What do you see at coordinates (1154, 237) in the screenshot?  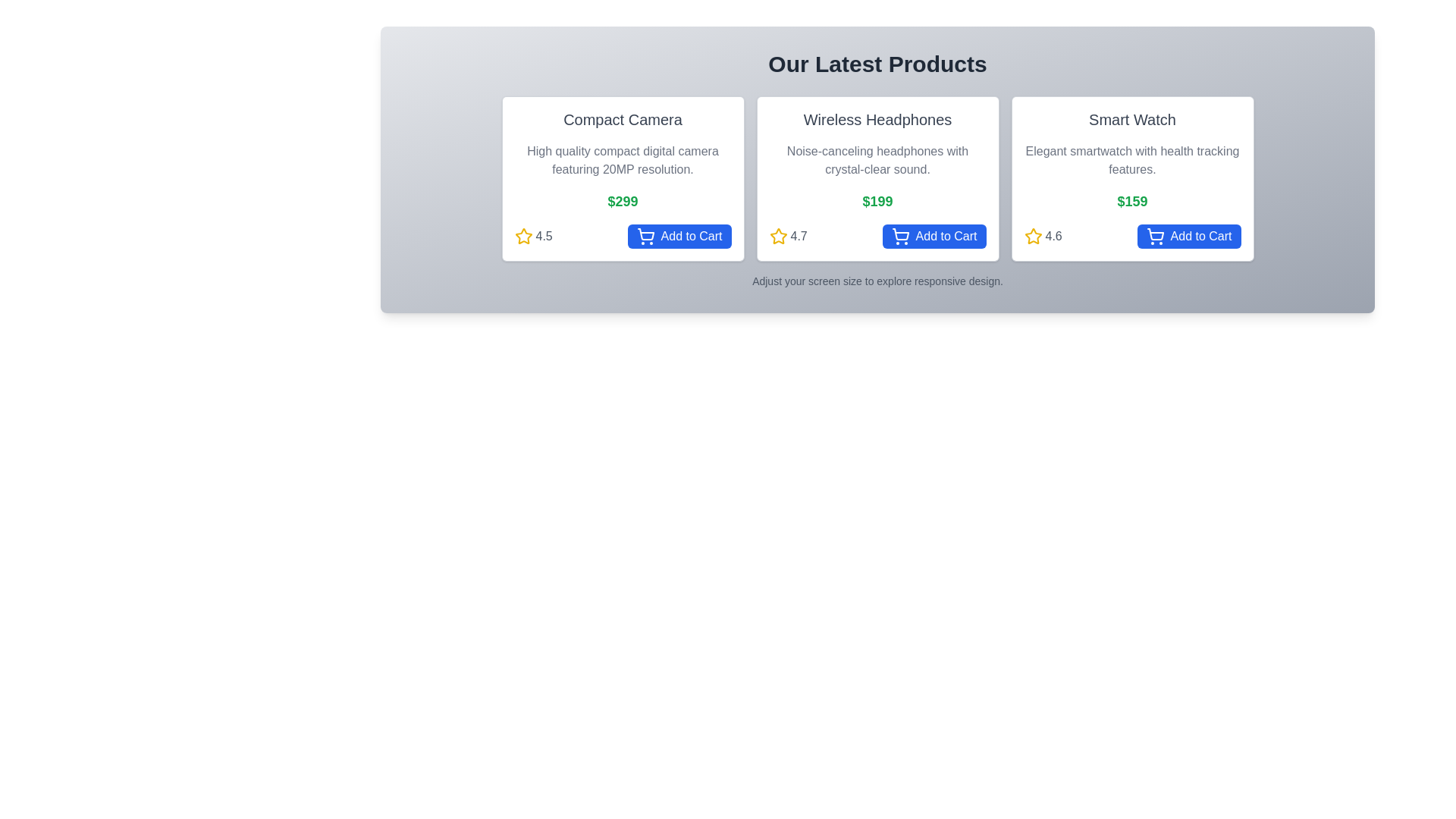 I see `the cart icon located in the second card under the 'Add to Cart' label of the 'Smart Watch' product card, which is the rightmost card in the horizontal row of product cards` at bounding box center [1154, 237].